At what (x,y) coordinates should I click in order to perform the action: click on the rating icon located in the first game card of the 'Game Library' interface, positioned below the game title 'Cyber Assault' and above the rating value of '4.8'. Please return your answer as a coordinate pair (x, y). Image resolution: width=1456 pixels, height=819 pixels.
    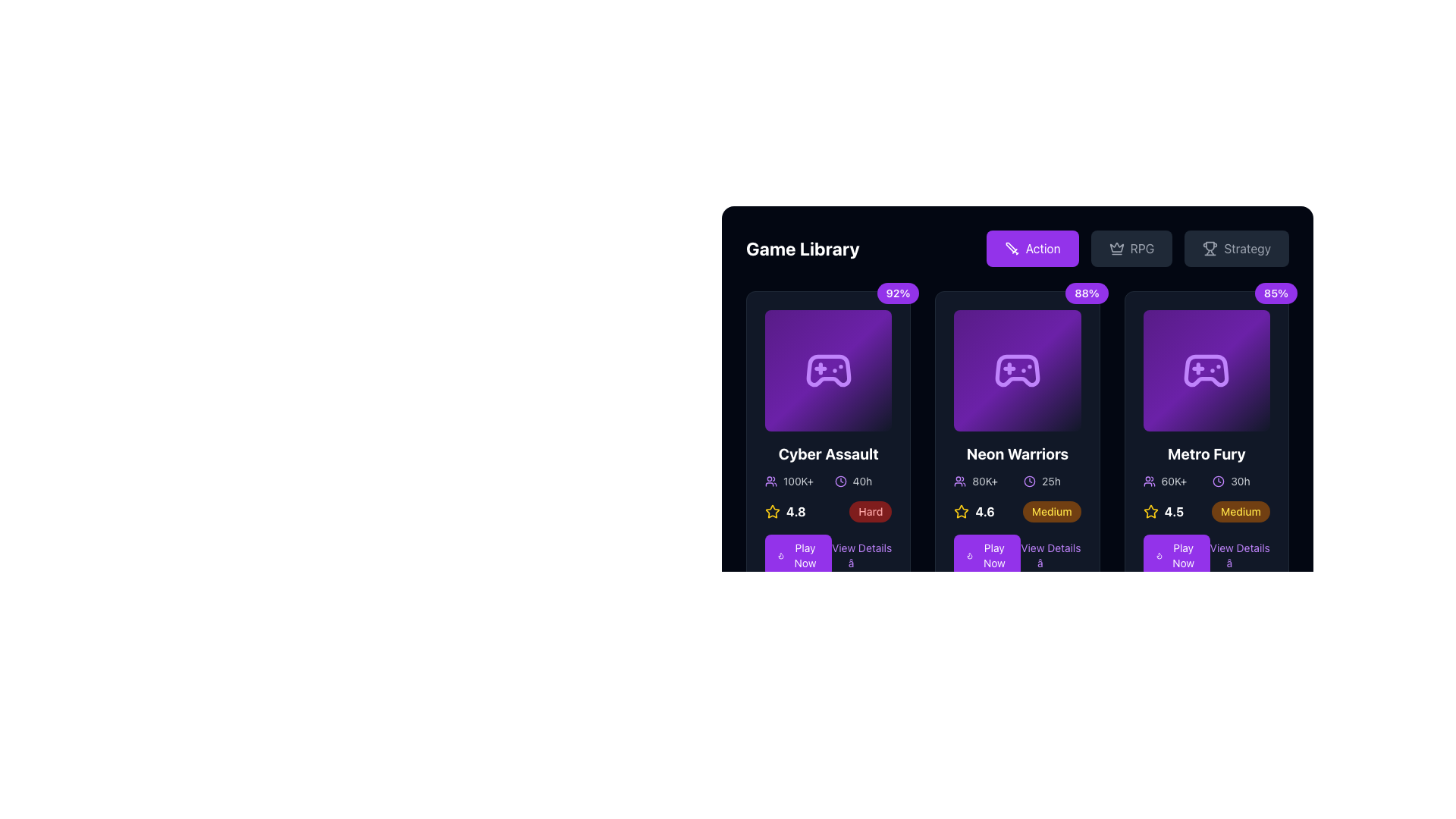
    Looking at the image, I should click on (772, 511).